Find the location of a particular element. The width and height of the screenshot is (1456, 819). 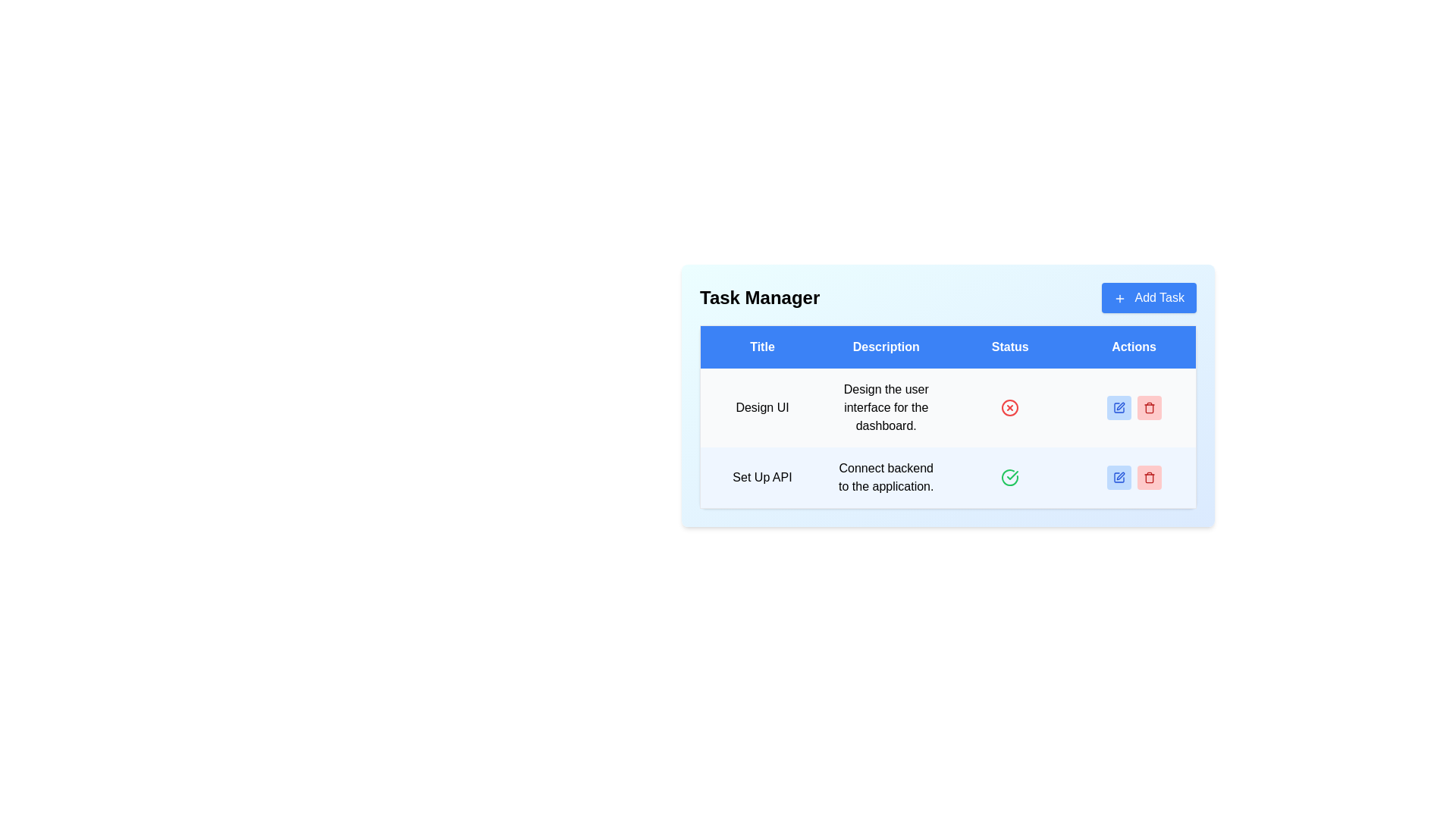

the green circular icon with a checkmark in the 'Status' column for the task 'Set Up API' is located at coordinates (1012, 475).